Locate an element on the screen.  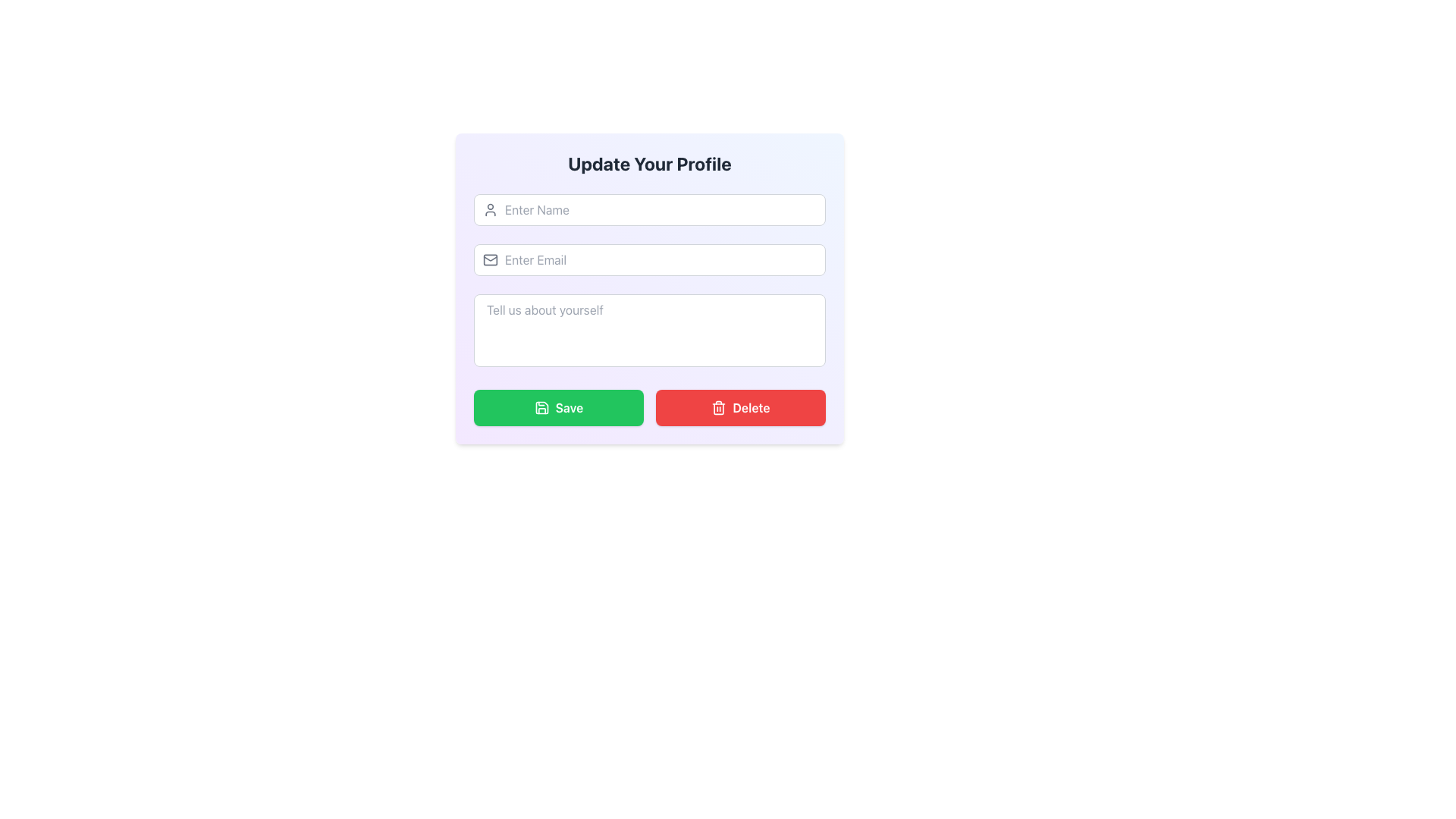
the deletion button located at the bottom right of the 'Update Your Profile' form is located at coordinates (741, 406).